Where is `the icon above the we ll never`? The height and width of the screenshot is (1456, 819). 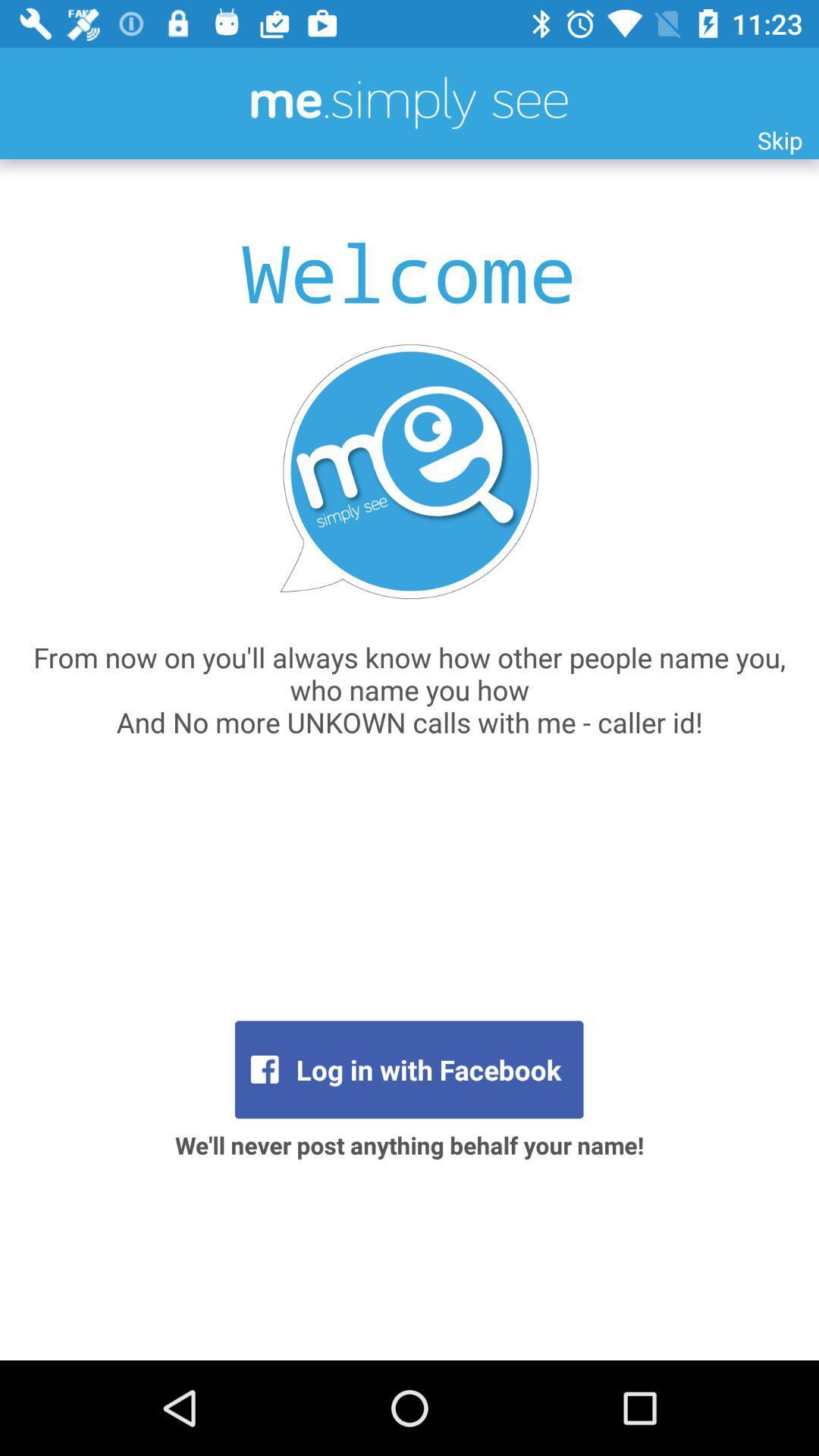 the icon above the we ll never is located at coordinates (408, 1068).